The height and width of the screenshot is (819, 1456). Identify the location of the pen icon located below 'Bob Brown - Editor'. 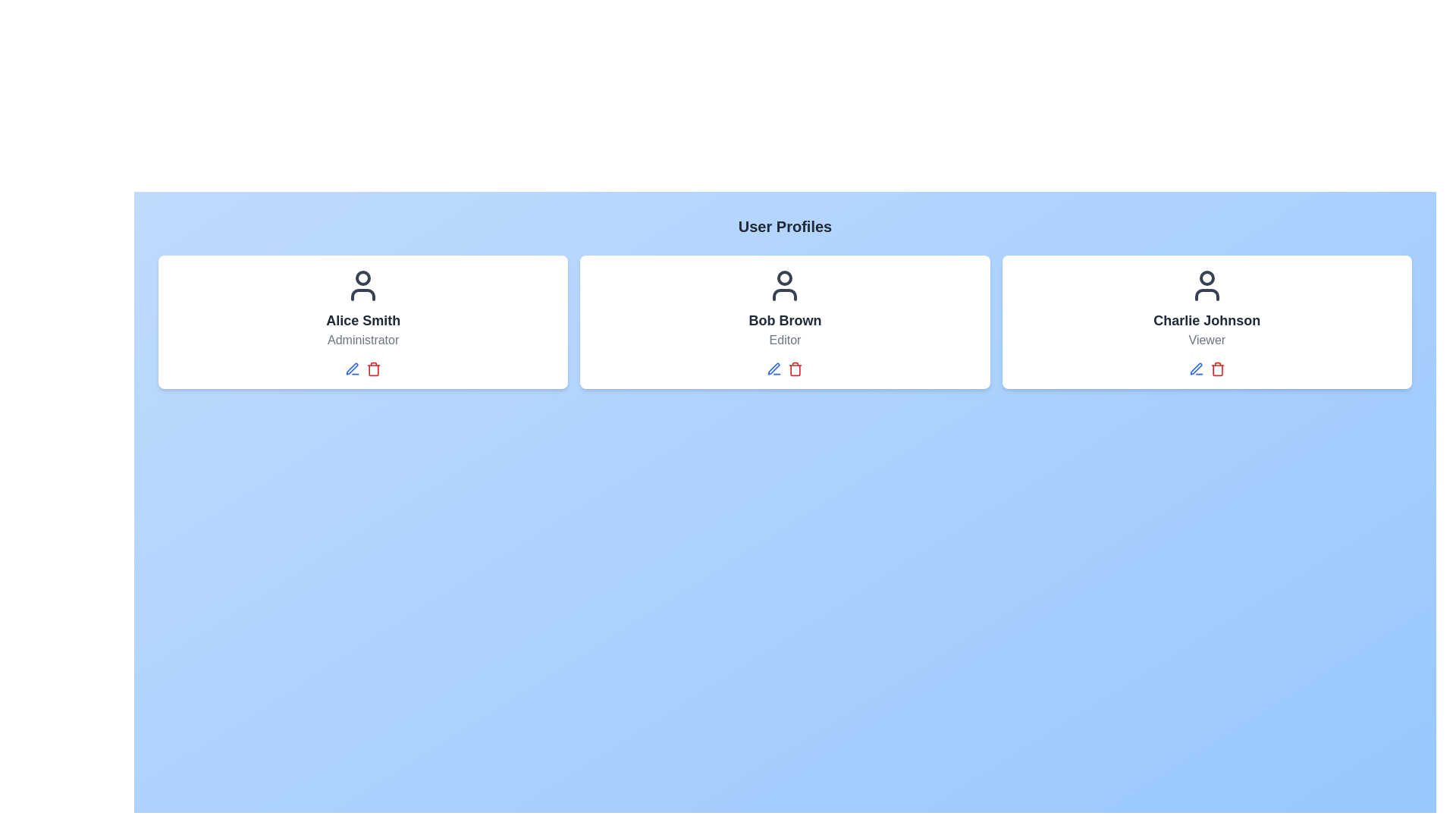
(774, 369).